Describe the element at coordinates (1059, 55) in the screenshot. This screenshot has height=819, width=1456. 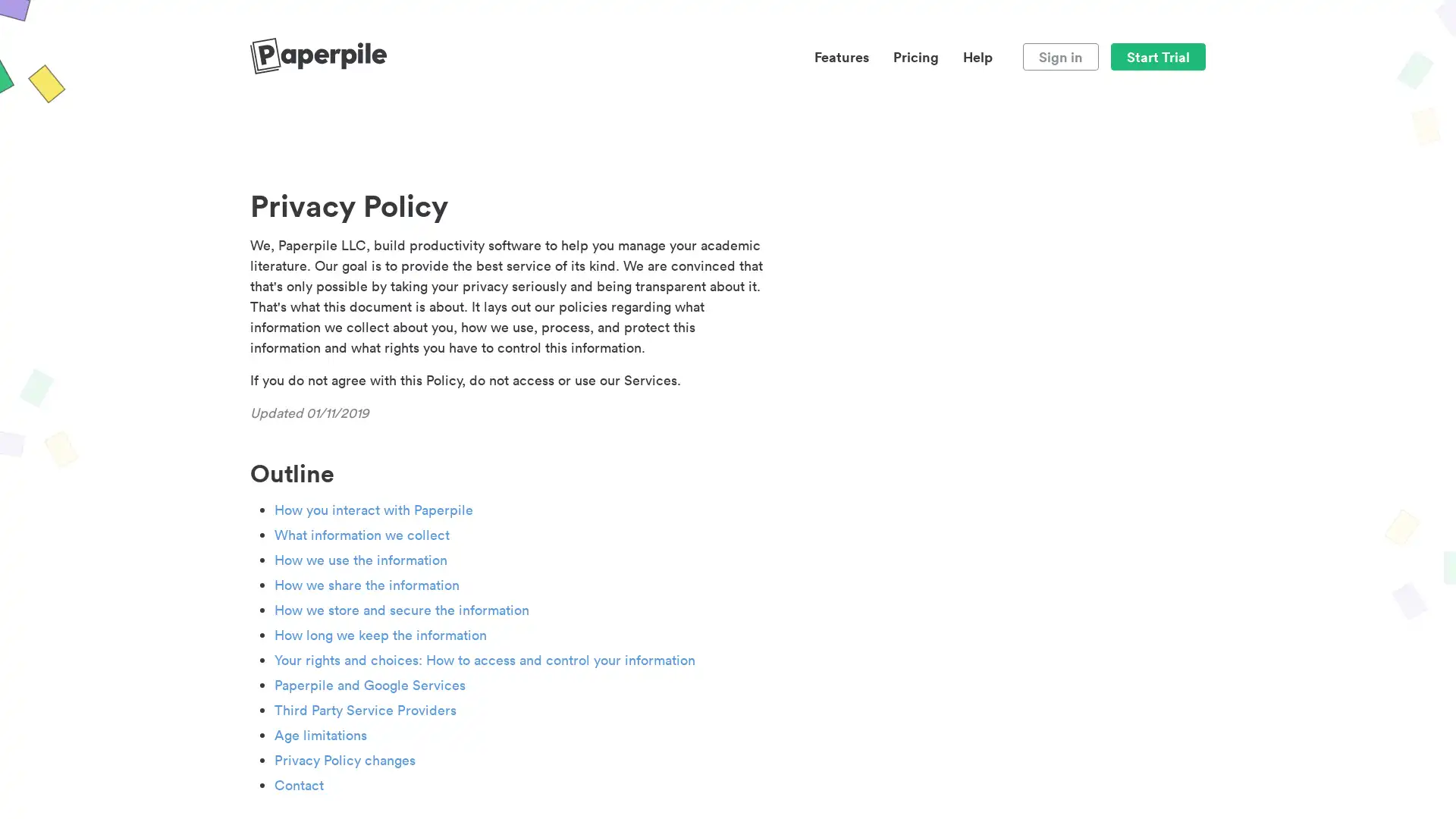
I see `Sign in` at that location.